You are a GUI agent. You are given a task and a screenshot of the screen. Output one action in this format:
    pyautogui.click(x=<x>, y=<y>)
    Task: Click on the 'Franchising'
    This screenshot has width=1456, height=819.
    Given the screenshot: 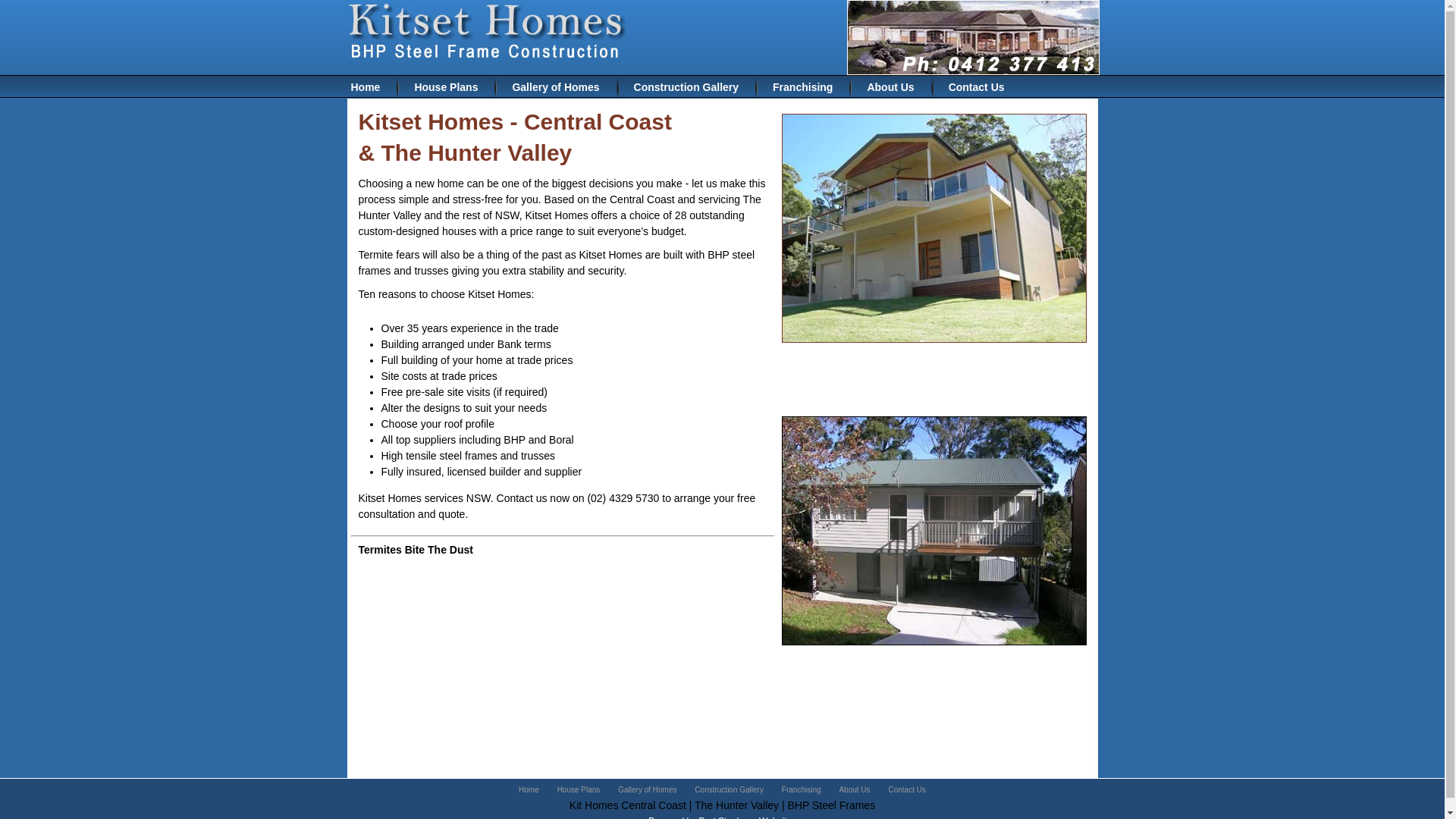 What is the action you would take?
    pyautogui.click(x=757, y=87)
    